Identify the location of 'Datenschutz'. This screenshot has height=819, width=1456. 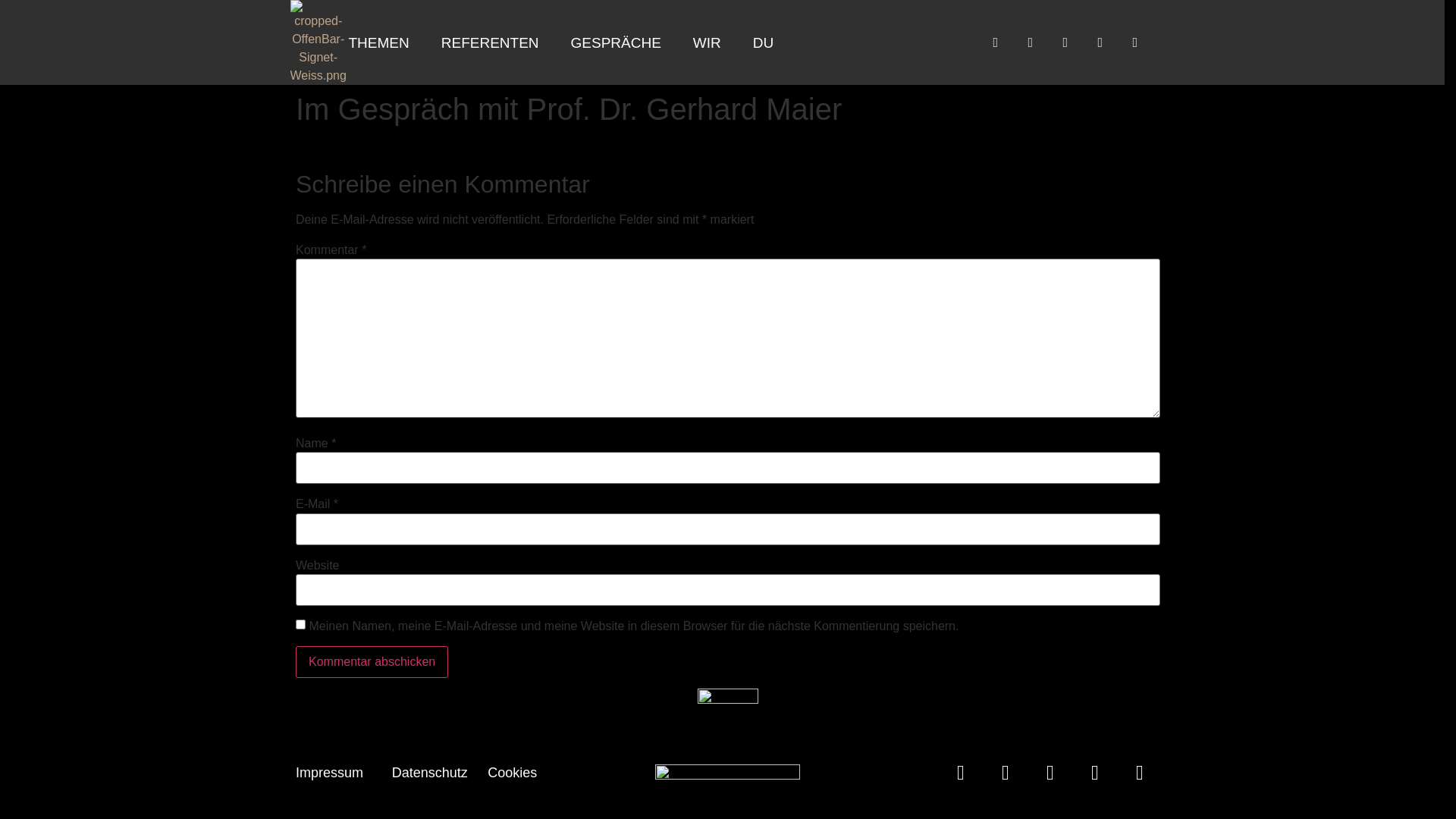
(428, 772).